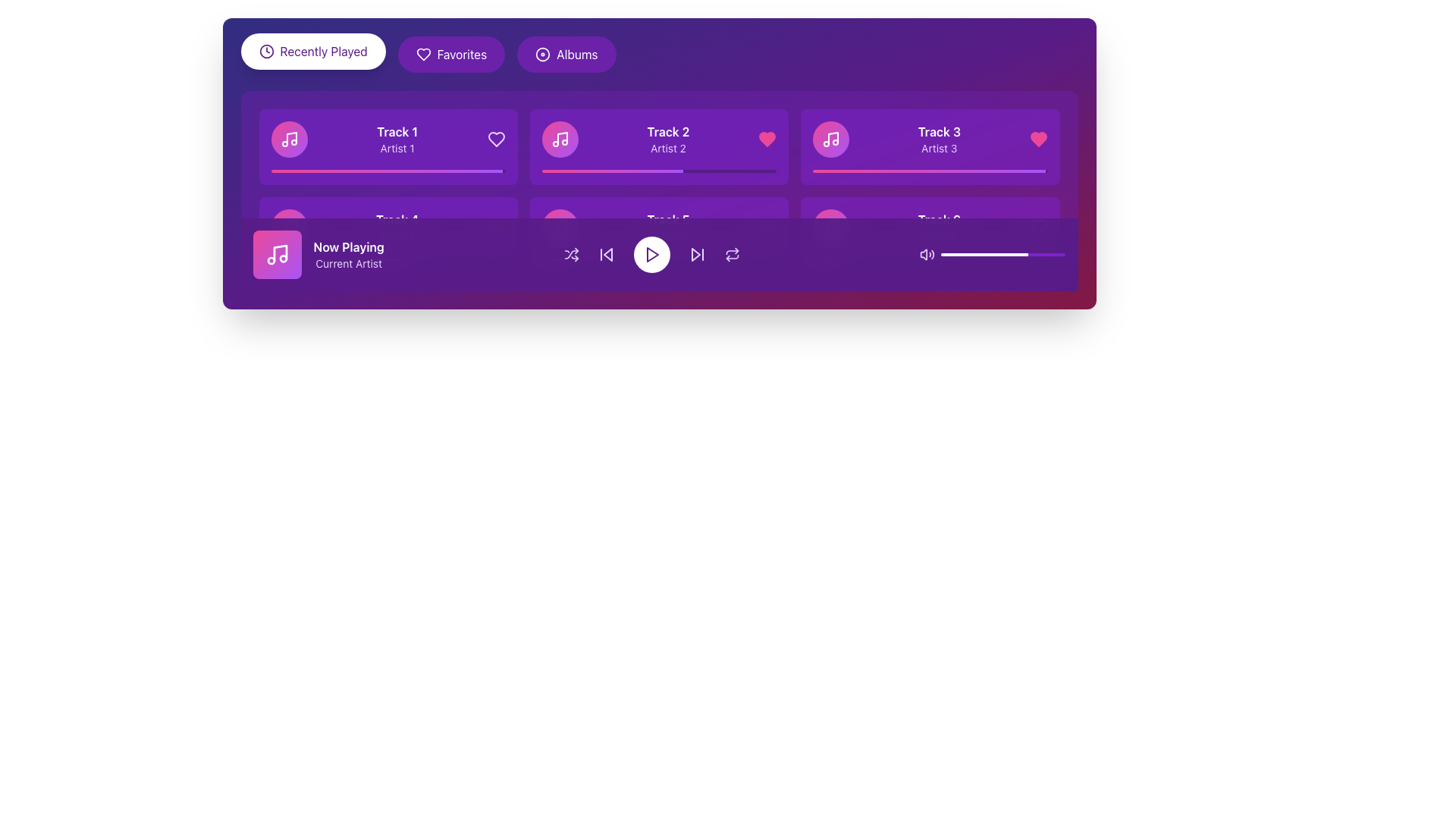 The height and width of the screenshot is (819, 1456). I want to click on the 'Albums' text label in the top navigation area, so click(576, 54).